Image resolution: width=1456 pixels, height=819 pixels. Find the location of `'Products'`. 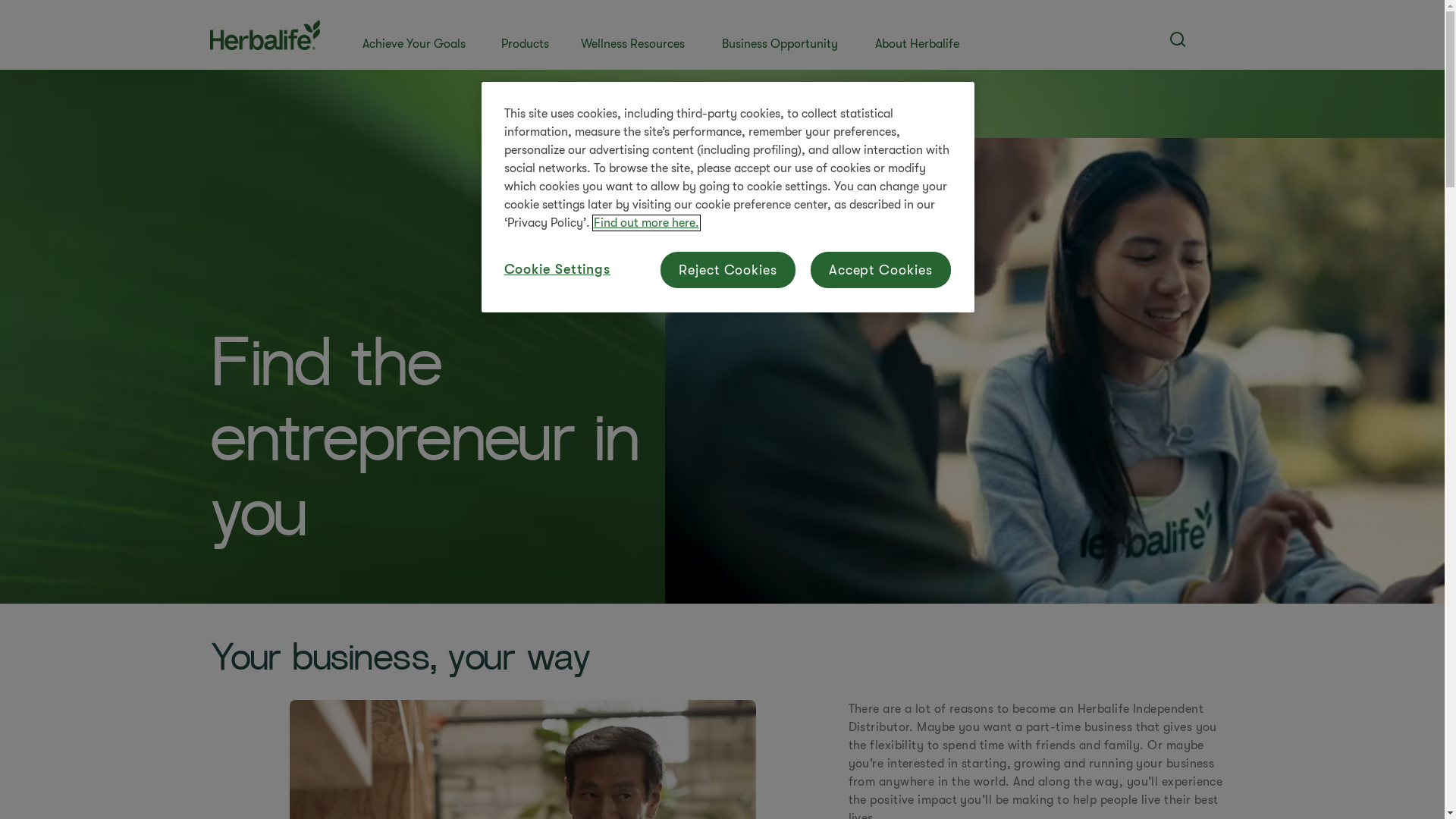

'Products' is located at coordinates (526, 34).